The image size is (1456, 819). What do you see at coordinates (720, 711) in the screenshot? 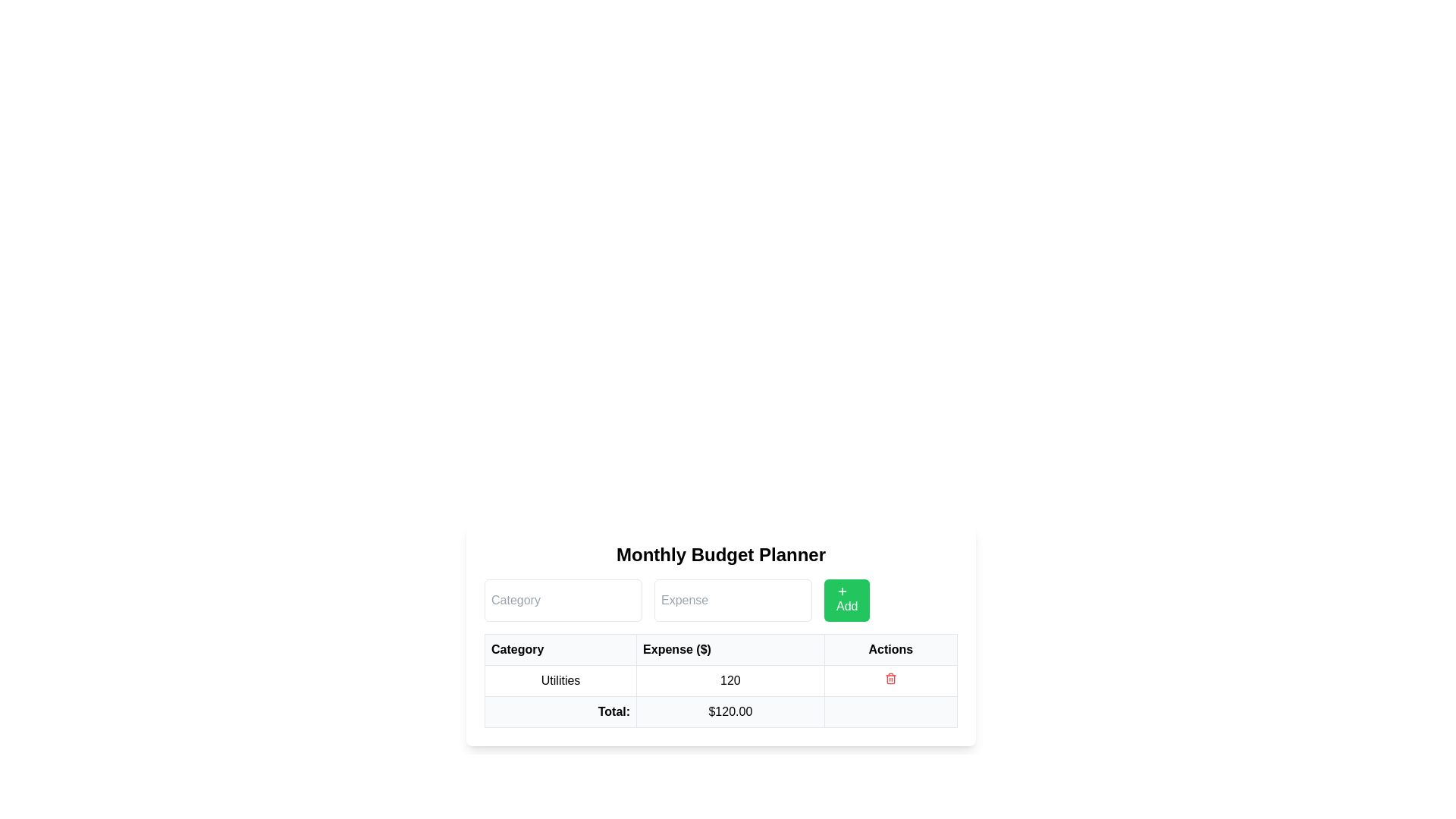
I see `displayed text content from the table row at the bottom of the table body containing 'Total:' and the value '$120.00'` at bounding box center [720, 711].